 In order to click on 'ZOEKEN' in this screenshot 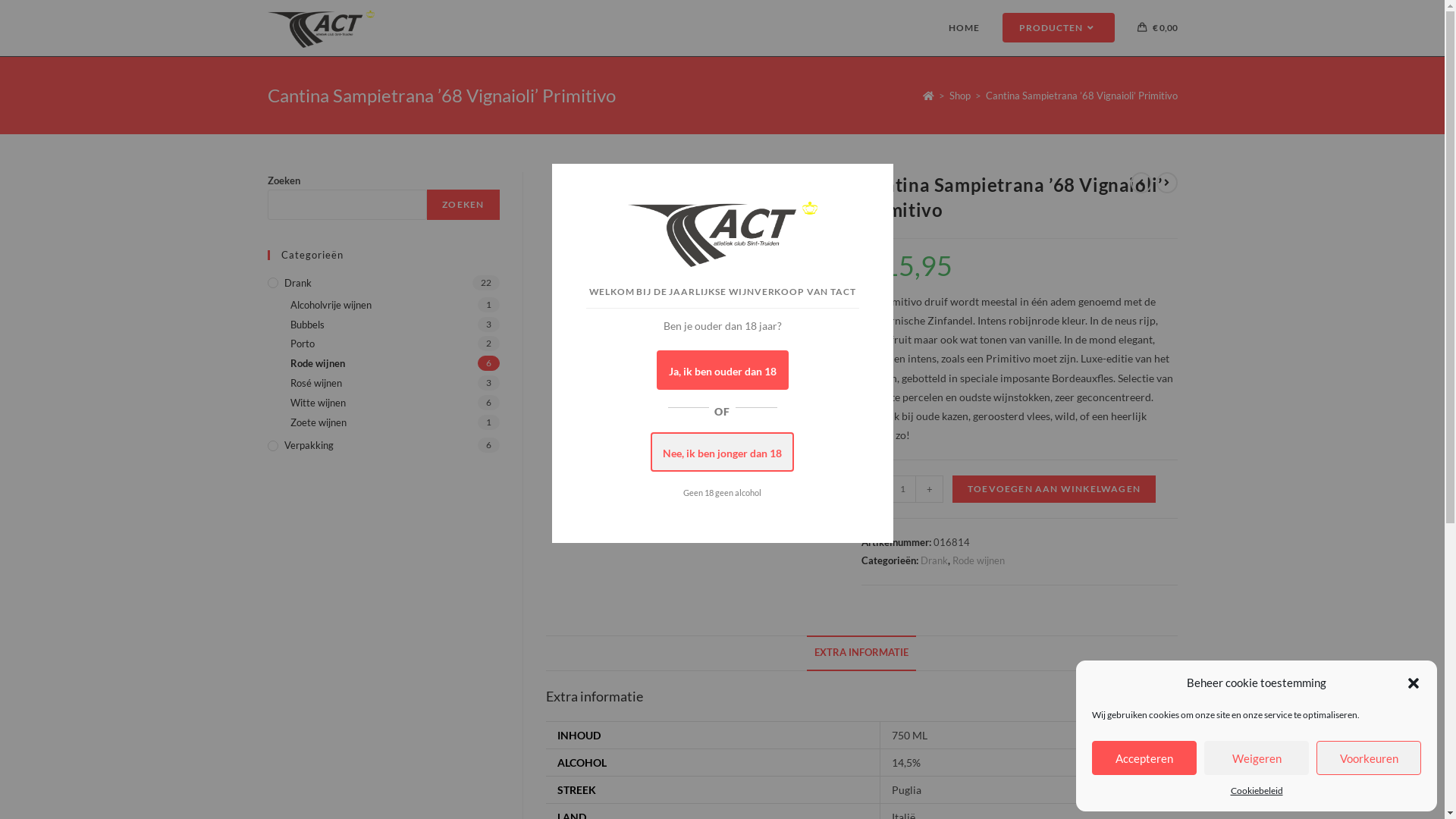, I will do `click(462, 205)`.